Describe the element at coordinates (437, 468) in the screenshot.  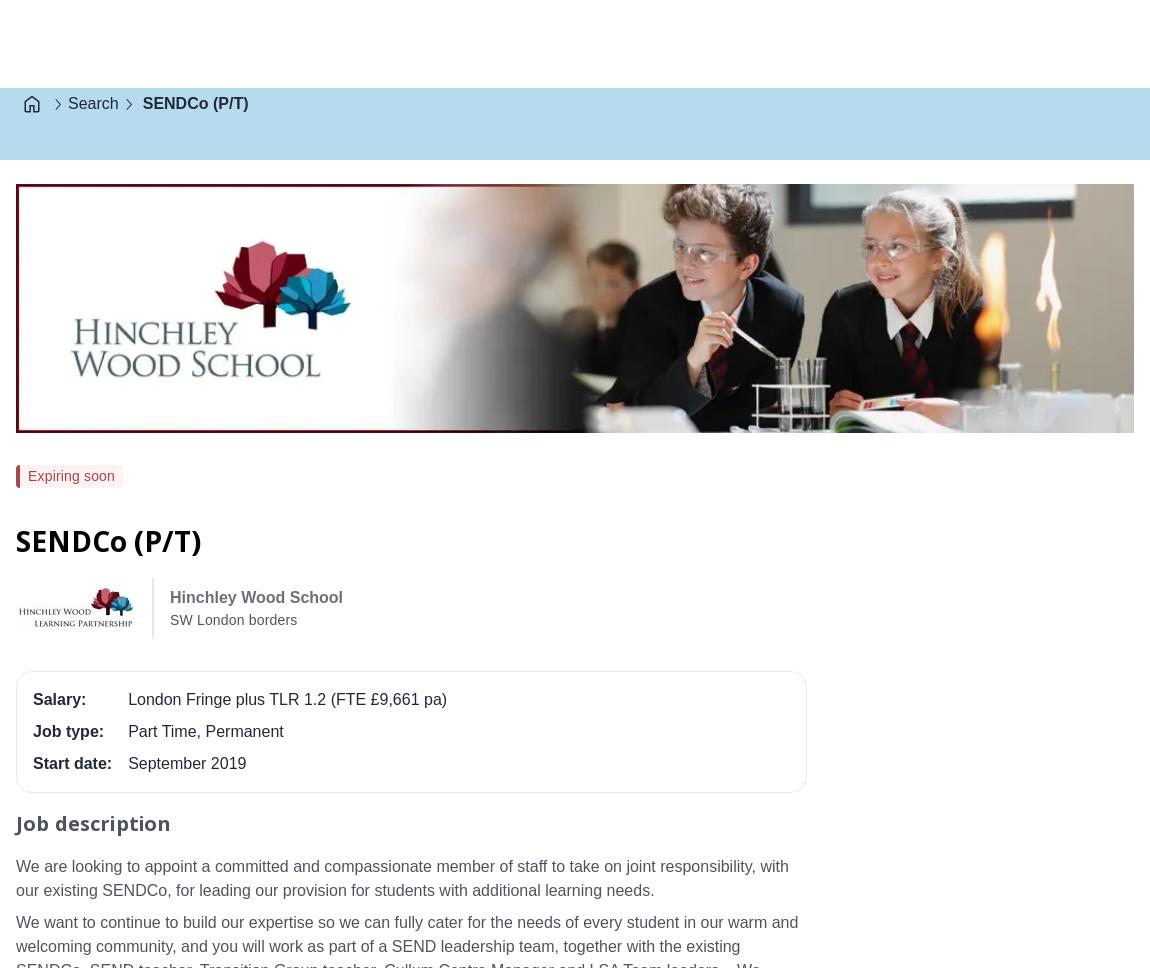
I see `'Claygate Lane, Hinchley Wood, Esher'` at that location.